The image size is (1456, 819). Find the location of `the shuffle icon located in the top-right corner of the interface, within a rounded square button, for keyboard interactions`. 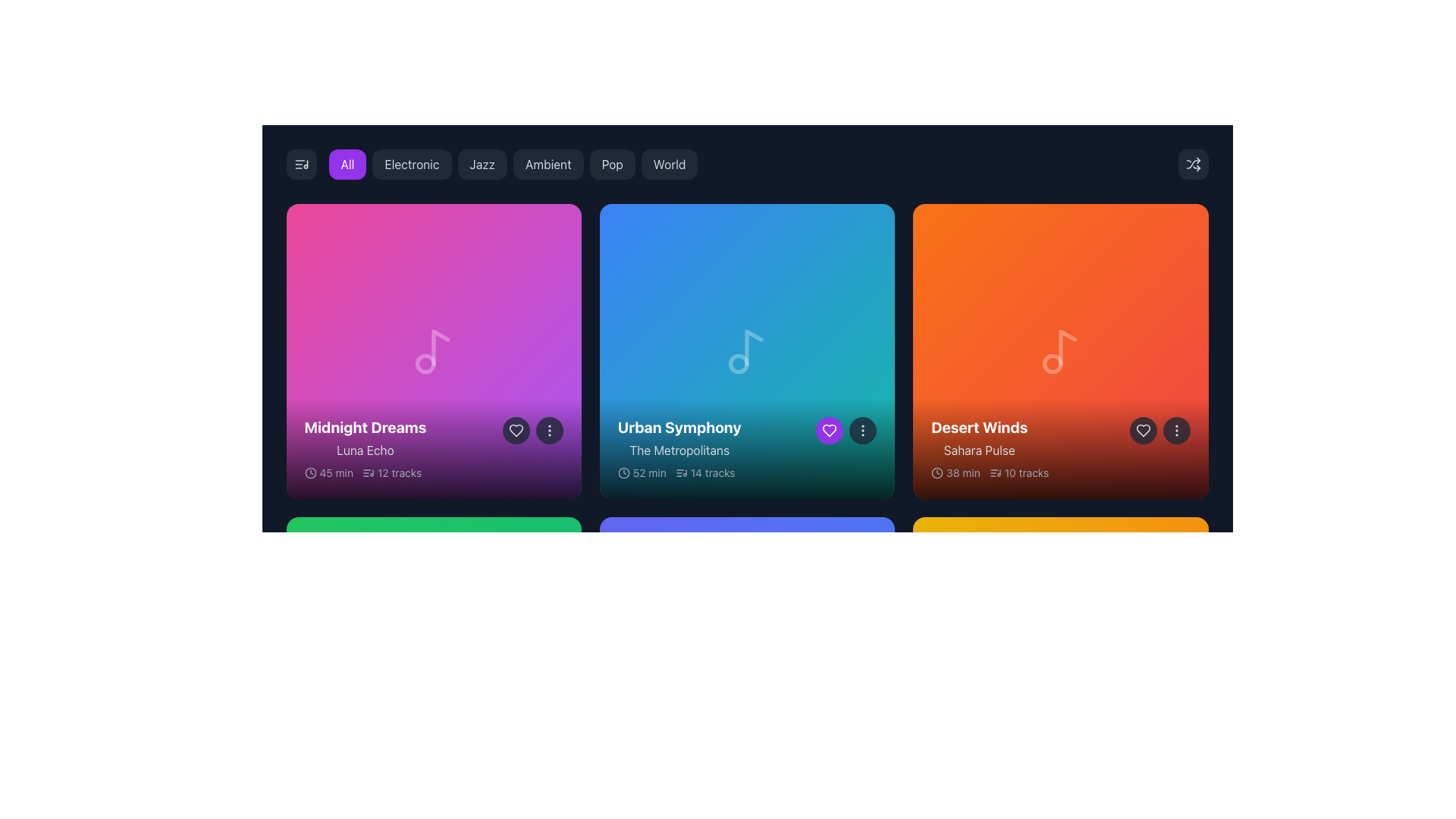

the shuffle icon located in the top-right corner of the interface, within a rounded square button, for keyboard interactions is located at coordinates (1192, 164).